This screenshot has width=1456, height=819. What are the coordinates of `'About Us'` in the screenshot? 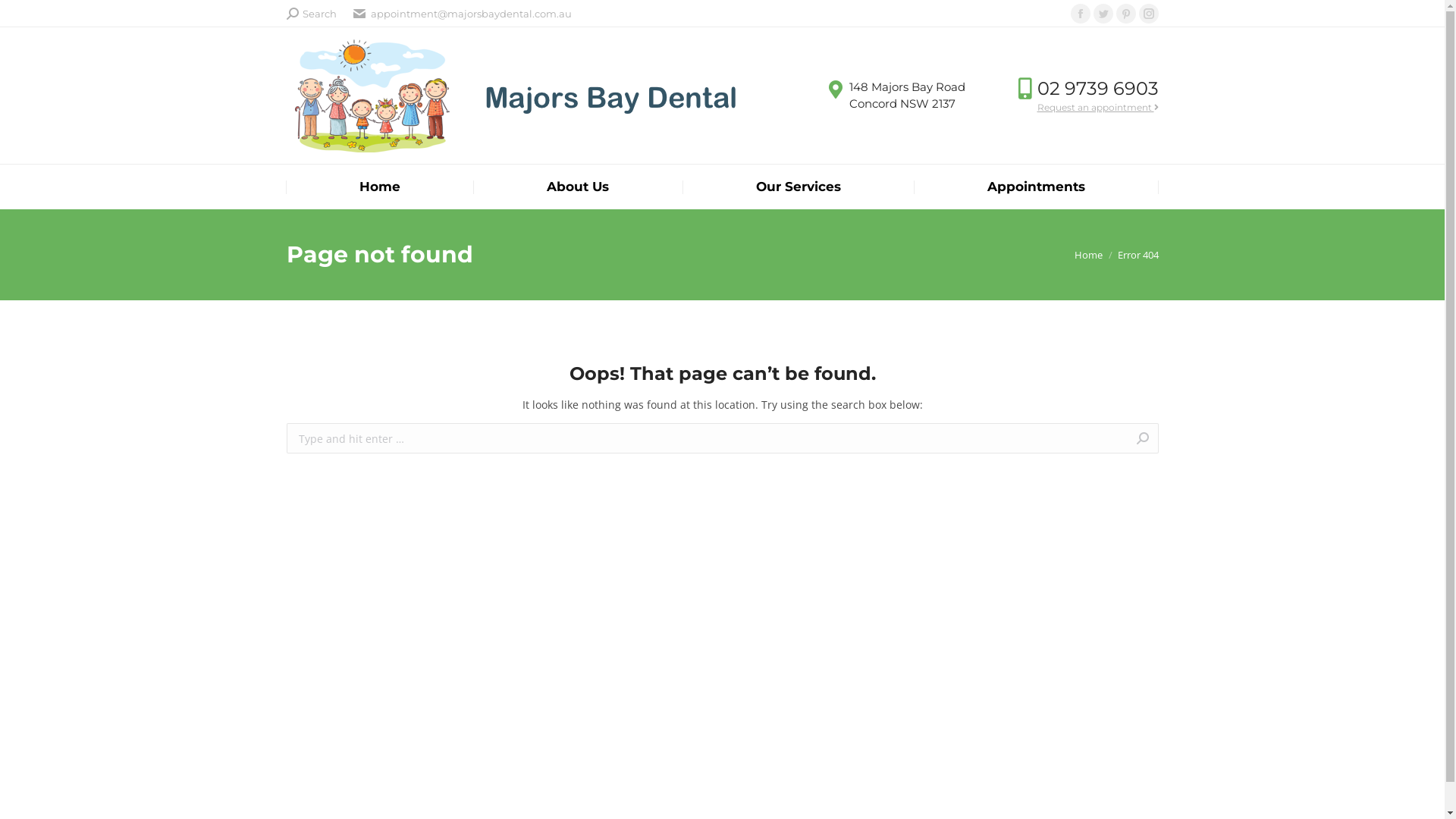 It's located at (577, 186).